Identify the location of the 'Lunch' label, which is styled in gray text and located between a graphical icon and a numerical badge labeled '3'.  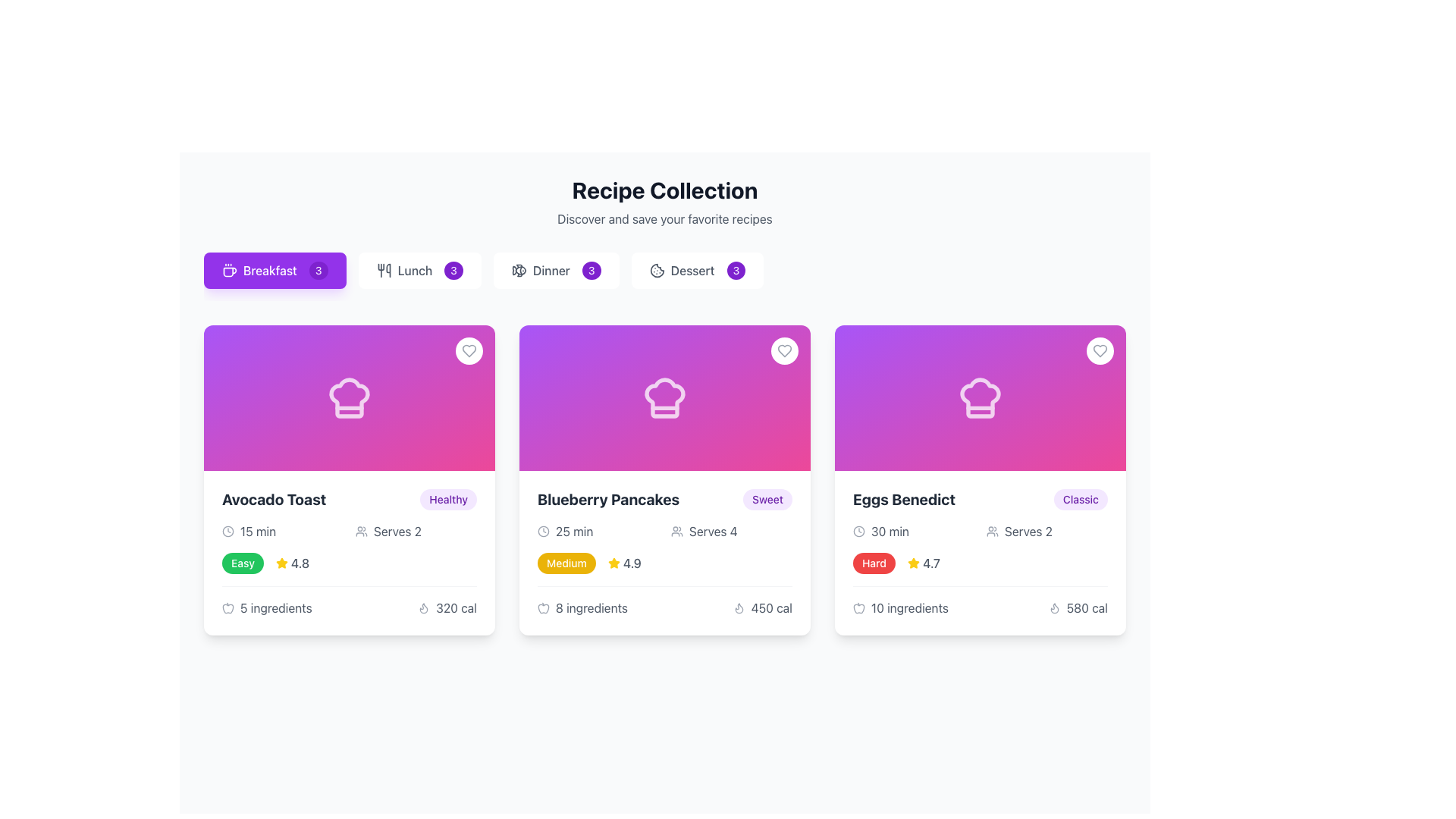
(415, 270).